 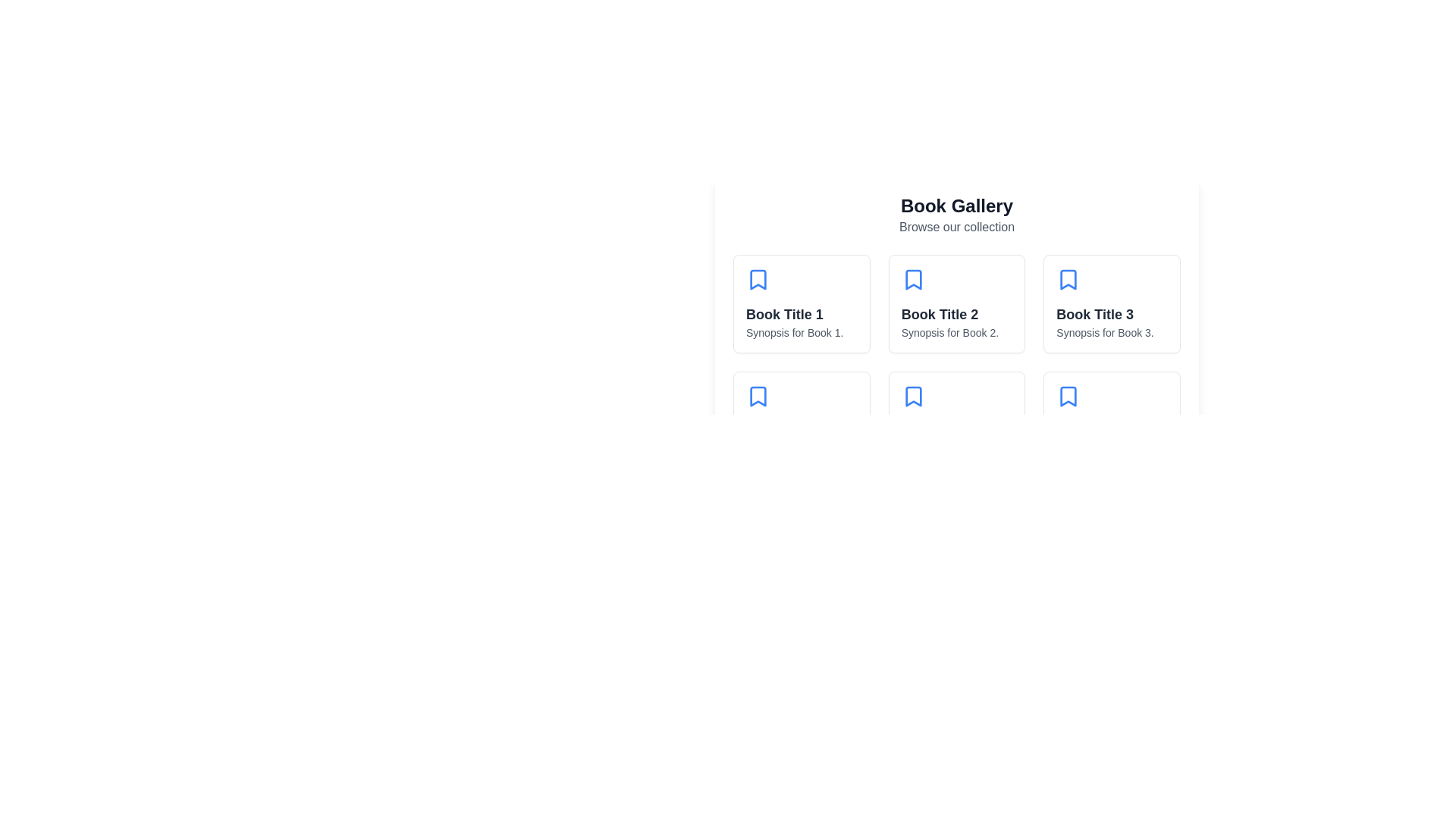 I want to click on the blue bookmark icon located at the top-left corner of the card for 'Book Title 6', which is situated in the bottom row of the grid layout, so click(x=1068, y=396).